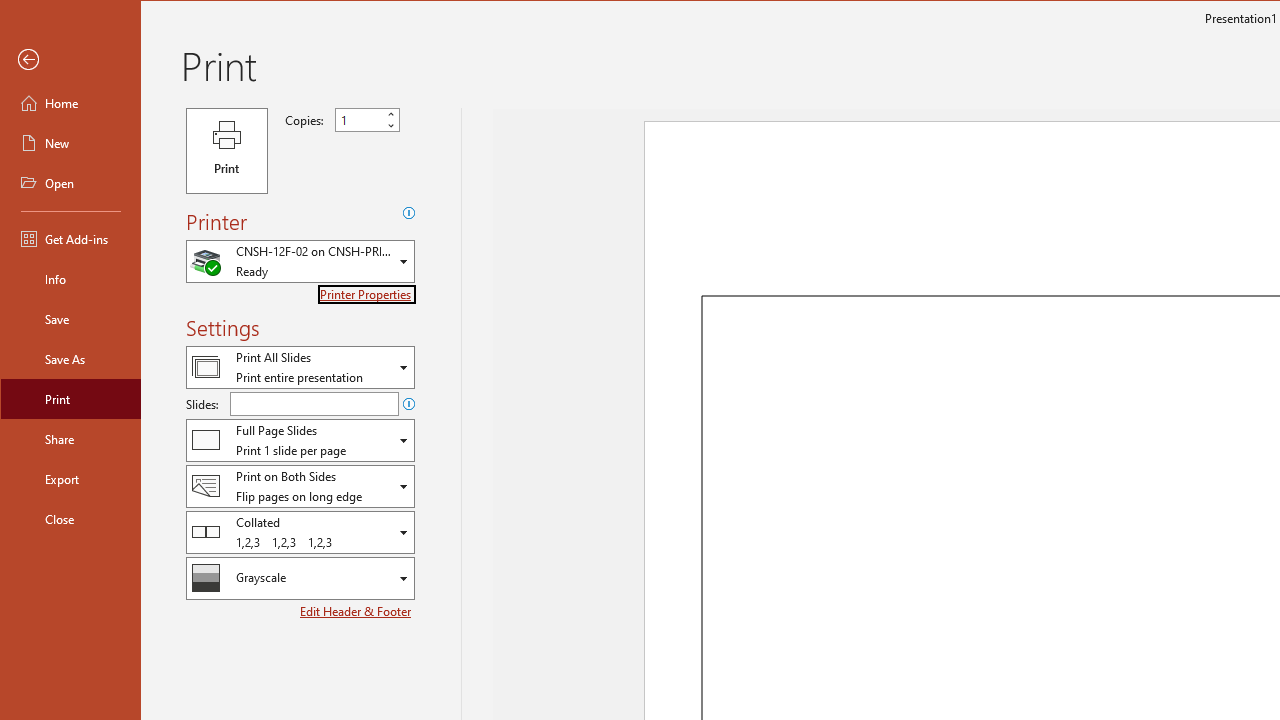  Describe the element at coordinates (71, 279) in the screenshot. I see `'Info'` at that location.